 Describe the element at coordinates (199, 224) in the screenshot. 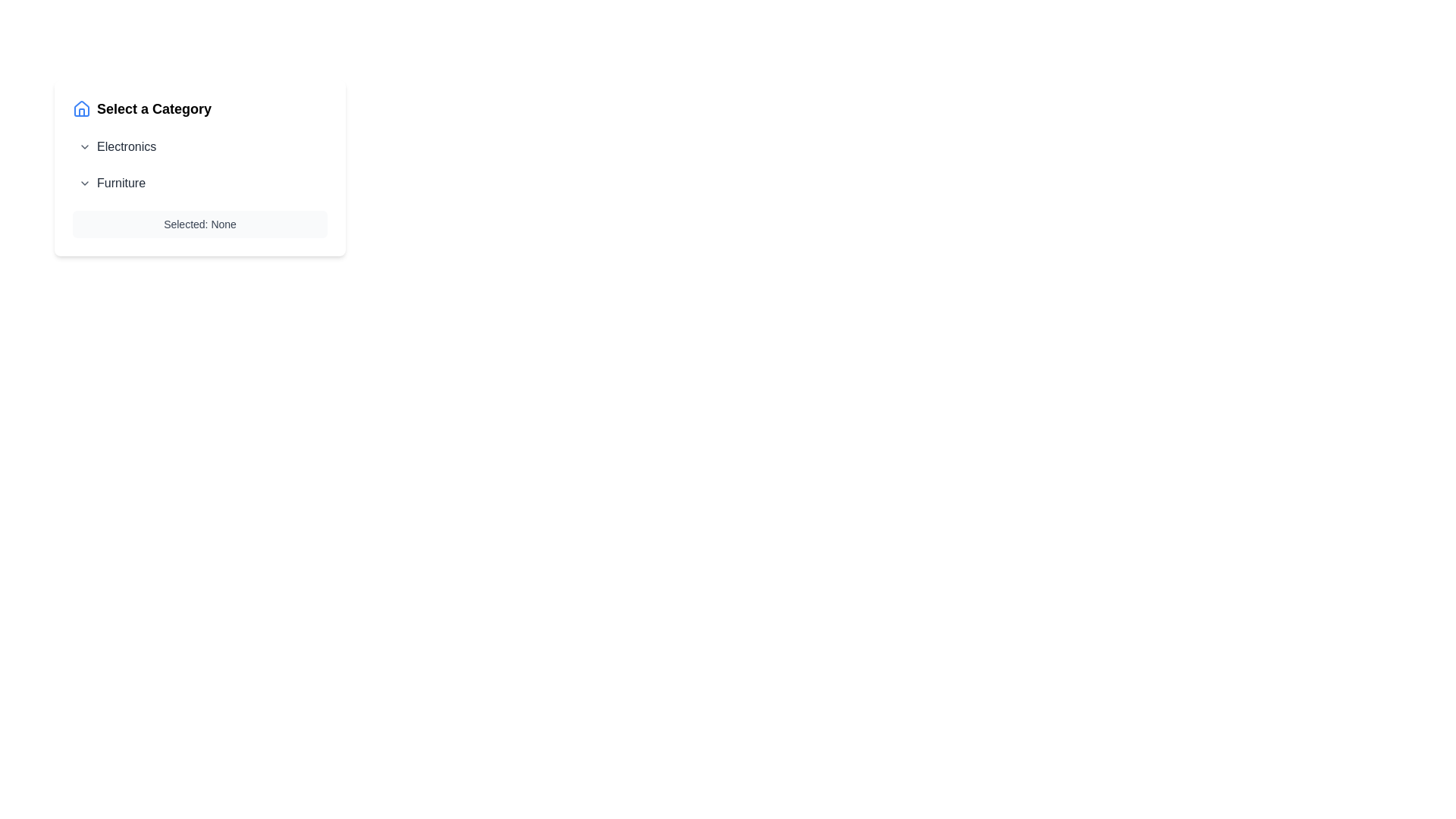

I see `the Text label that indicates no category has been selected, located at the bottom of the 'Select a Category' section` at that location.